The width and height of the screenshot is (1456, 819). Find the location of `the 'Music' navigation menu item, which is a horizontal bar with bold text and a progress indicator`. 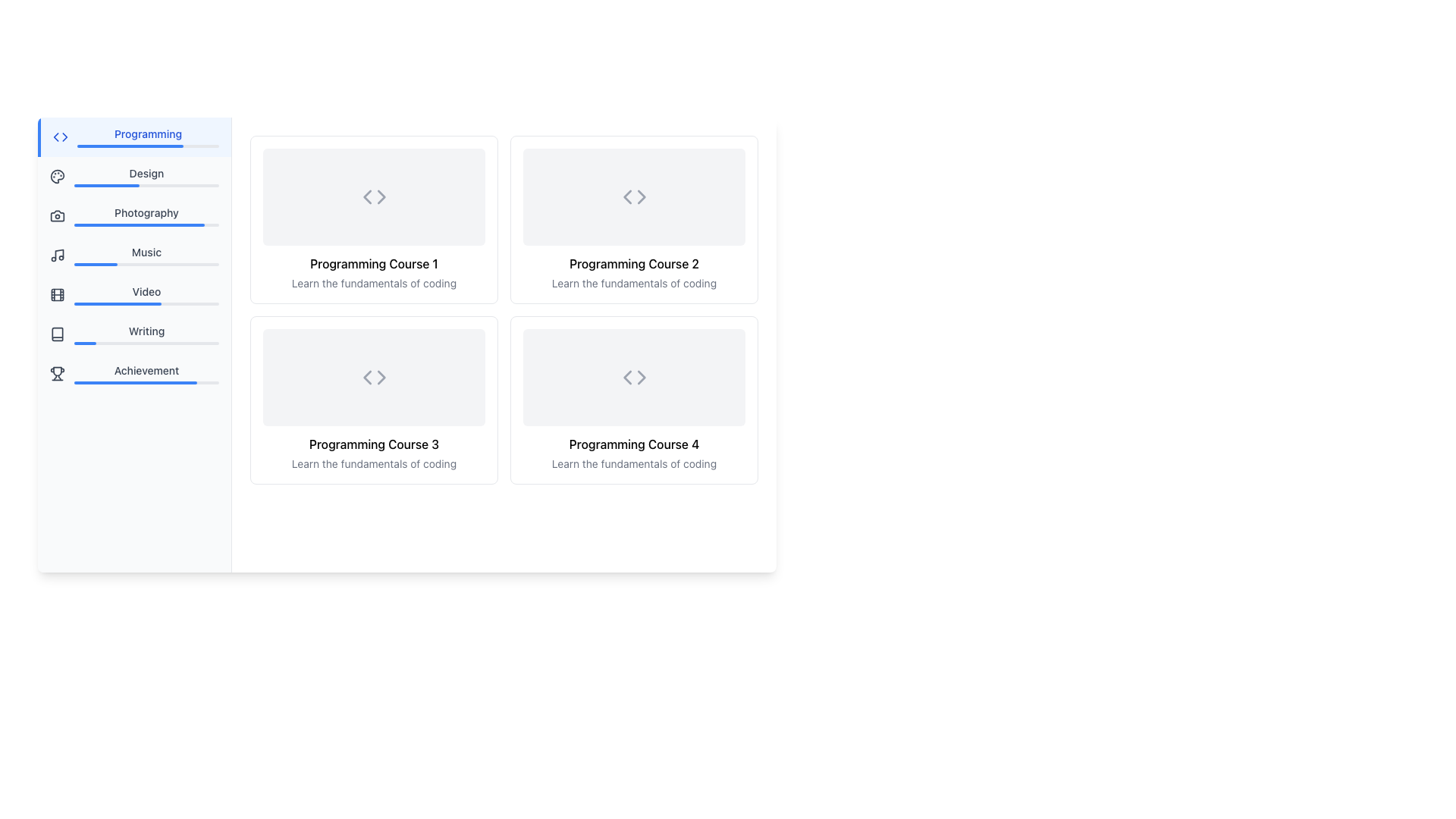

the 'Music' navigation menu item, which is a horizontal bar with bold text and a progress indicator is located at coordinates (146, 254).